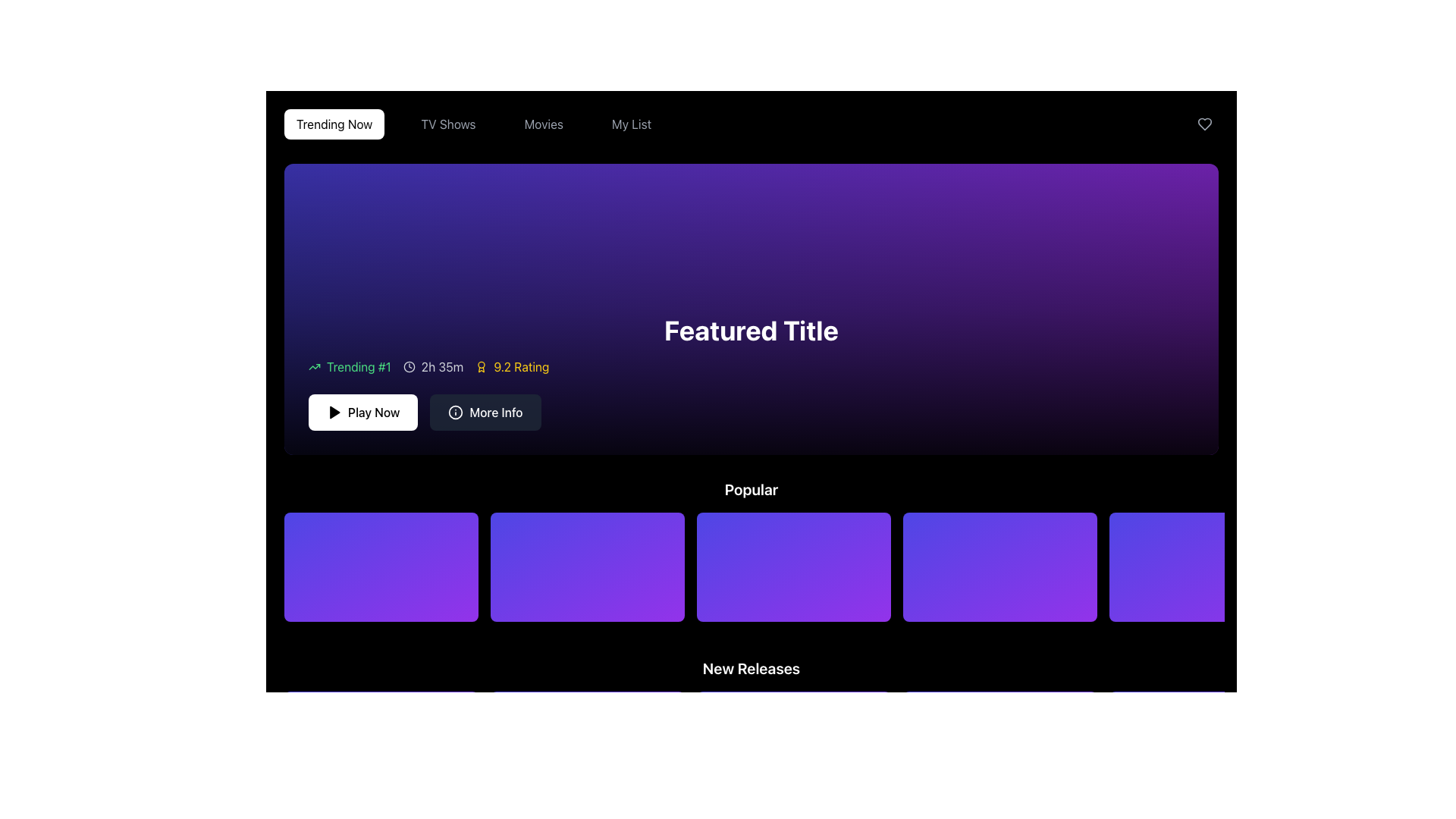 This screenshot has width=1456, height=819. I want to click on the 'My List' text button in the navigation menu, so click(631, 124).